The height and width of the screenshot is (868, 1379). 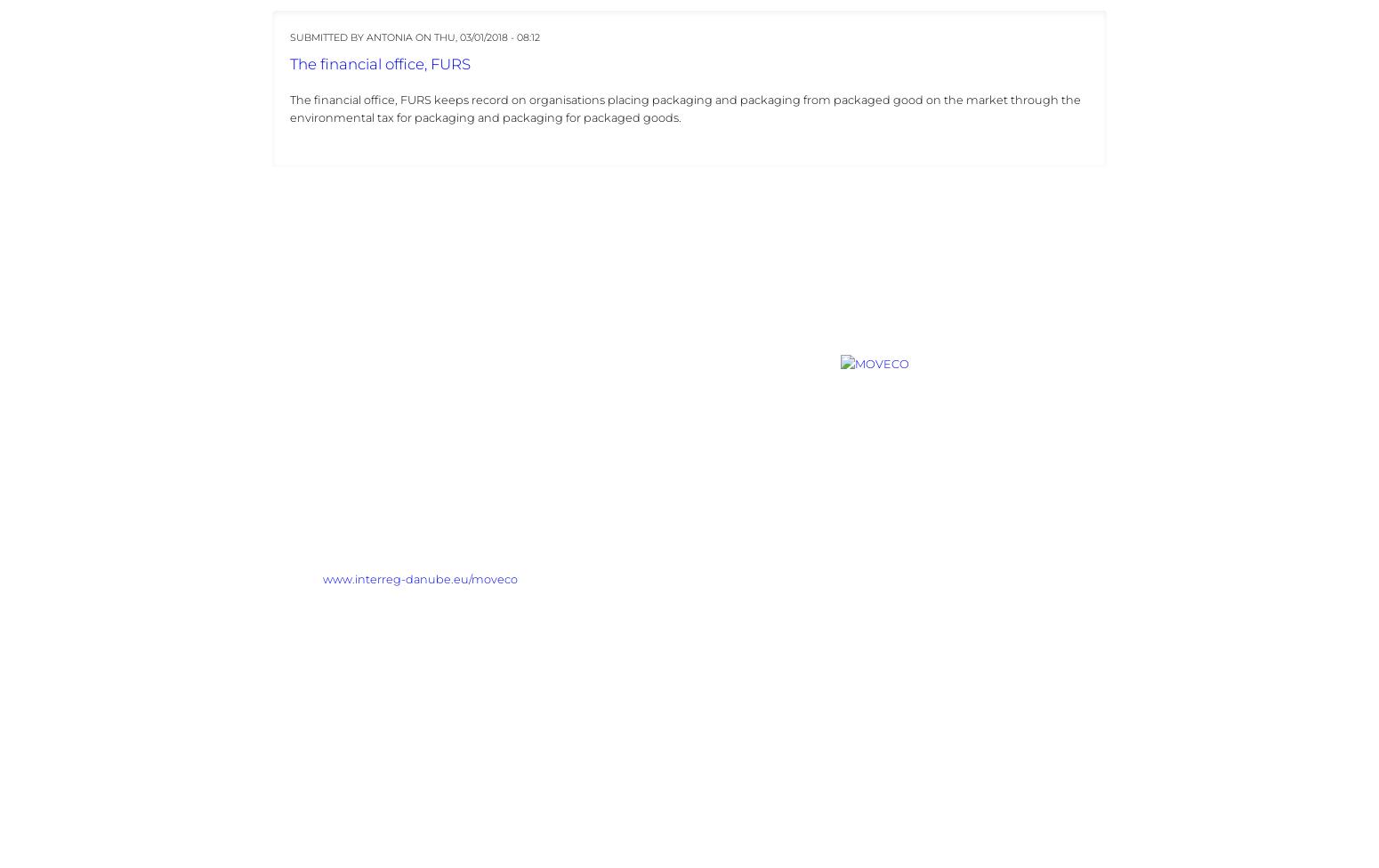 What do you see at coordinates (538, 446) in the screenshot?
I see `'Title: Mobilizing Institutional Learning for Better Exploitation of Research and Innovation for the Circular Economy'` at bounding box center [538, 446].